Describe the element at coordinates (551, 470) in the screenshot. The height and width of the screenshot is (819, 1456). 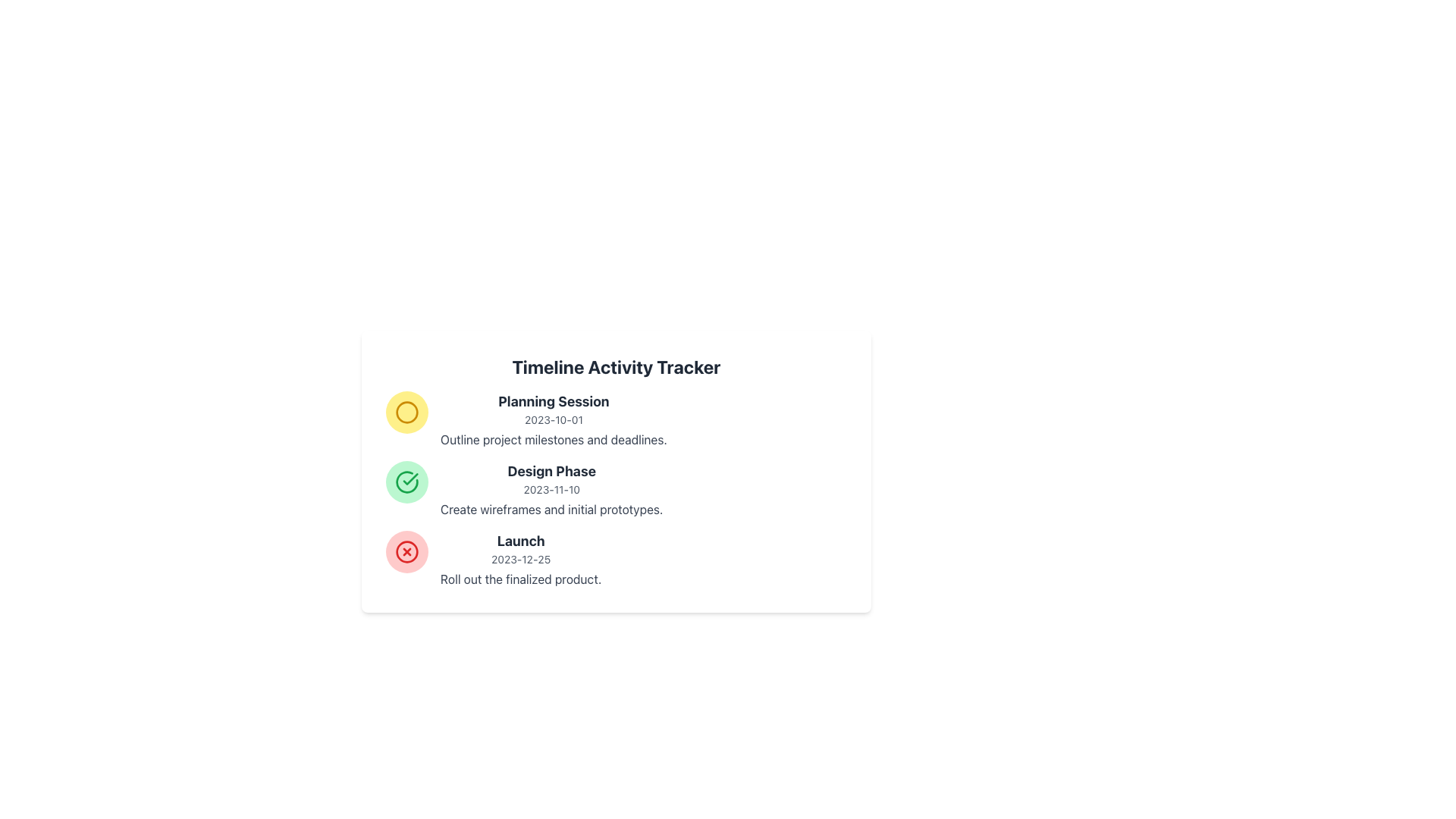
I see `the text label that reads 'Design Phase'` at that location.